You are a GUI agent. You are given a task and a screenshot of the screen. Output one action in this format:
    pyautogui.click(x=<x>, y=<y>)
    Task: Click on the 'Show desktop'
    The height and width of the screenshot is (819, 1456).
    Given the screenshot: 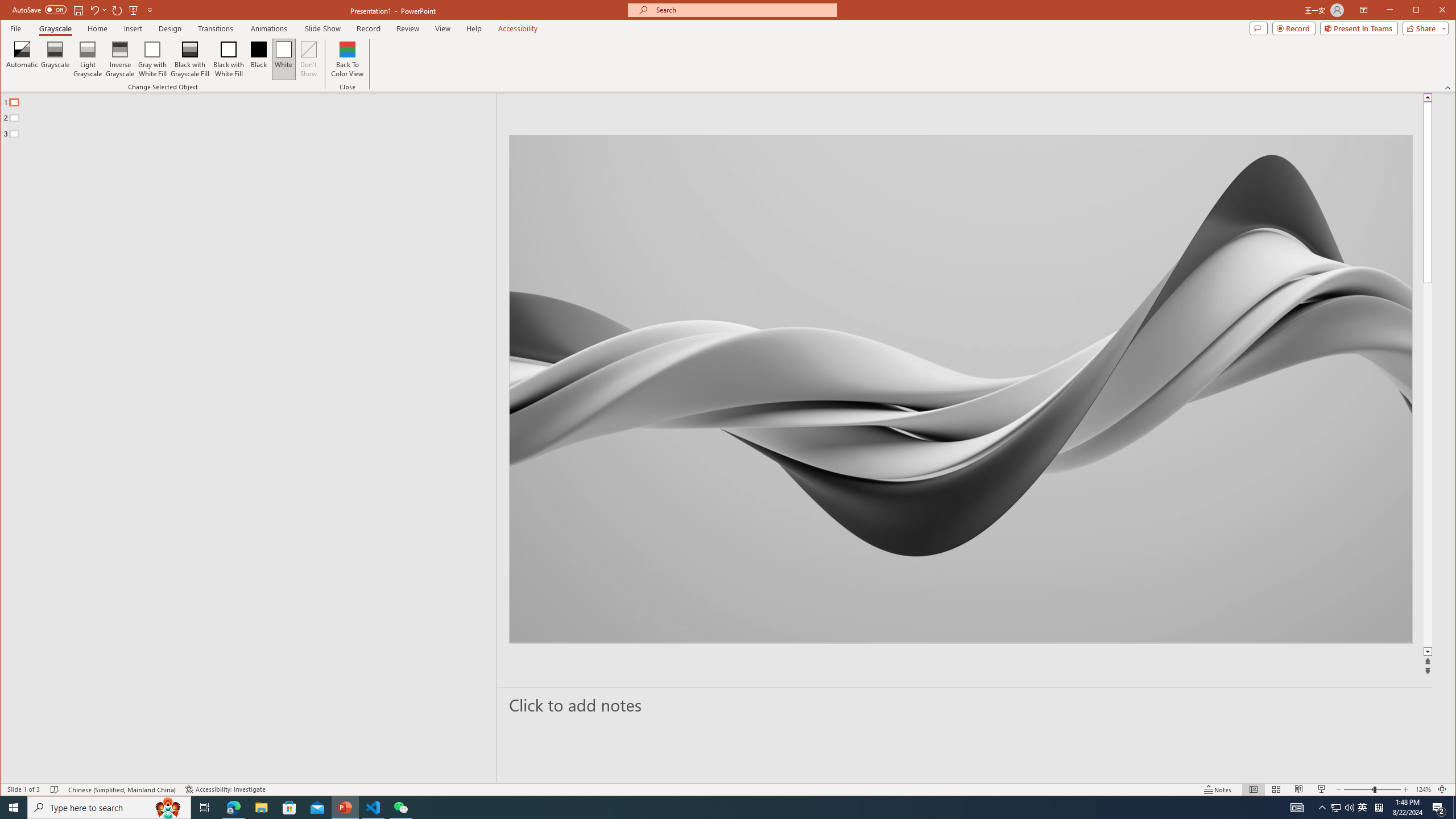 What is the action you would take?
    pyautogui.click(x=1454, y=806)
    